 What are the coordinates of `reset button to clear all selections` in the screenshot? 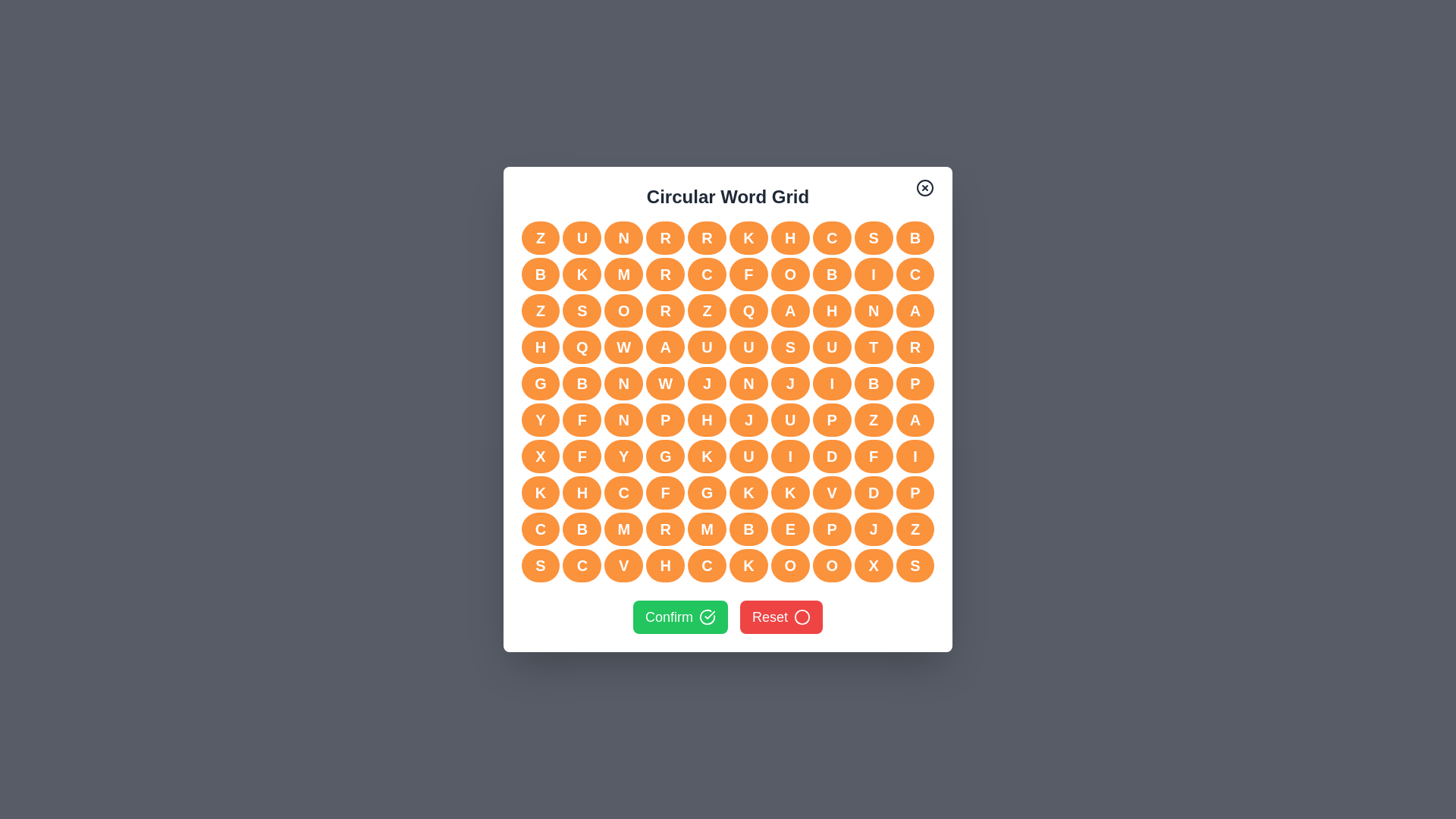 It's located at (781, 617).